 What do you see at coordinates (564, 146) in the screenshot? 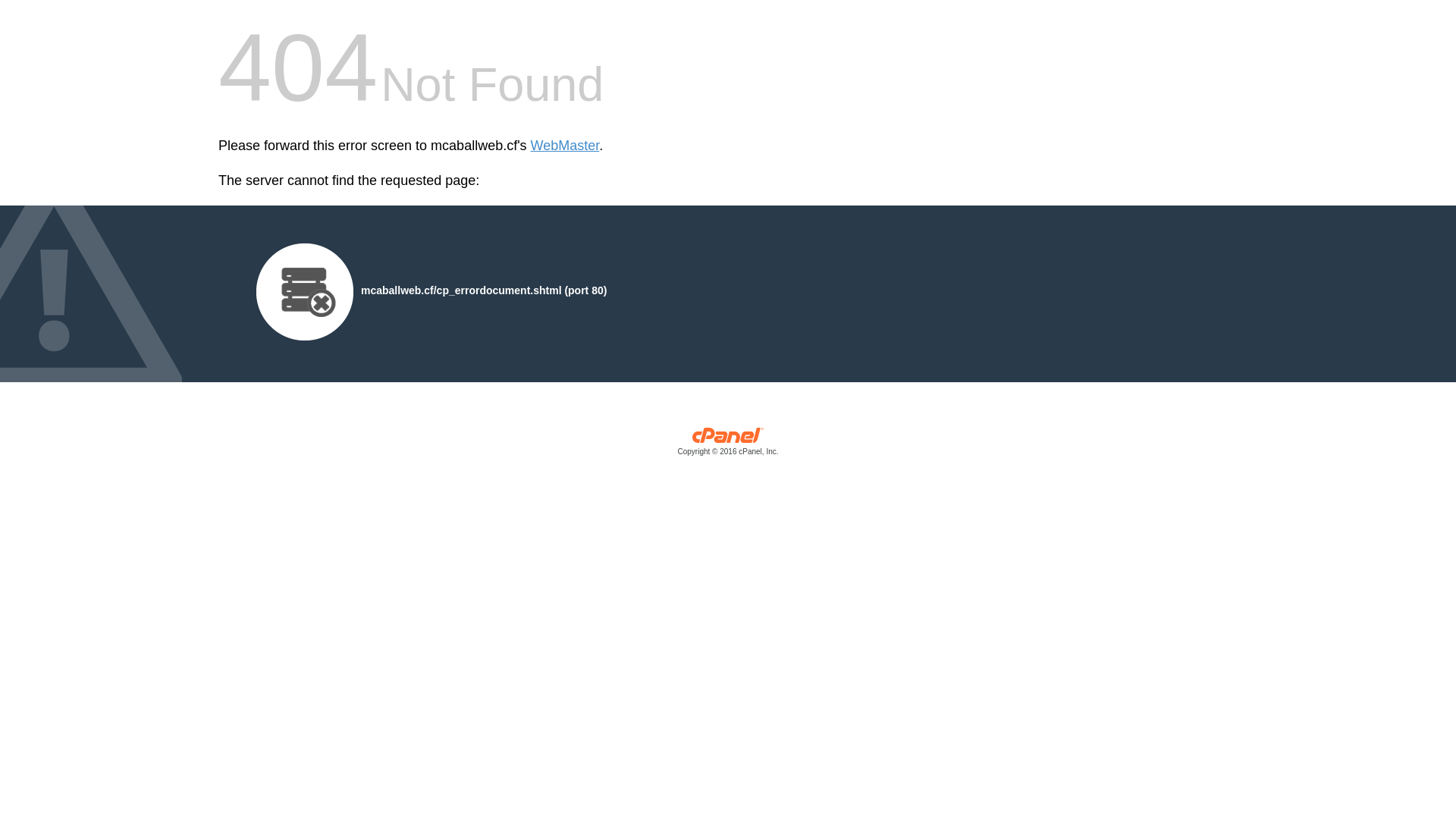
I see `'WebMaster'` at bounding box center [564, 146].